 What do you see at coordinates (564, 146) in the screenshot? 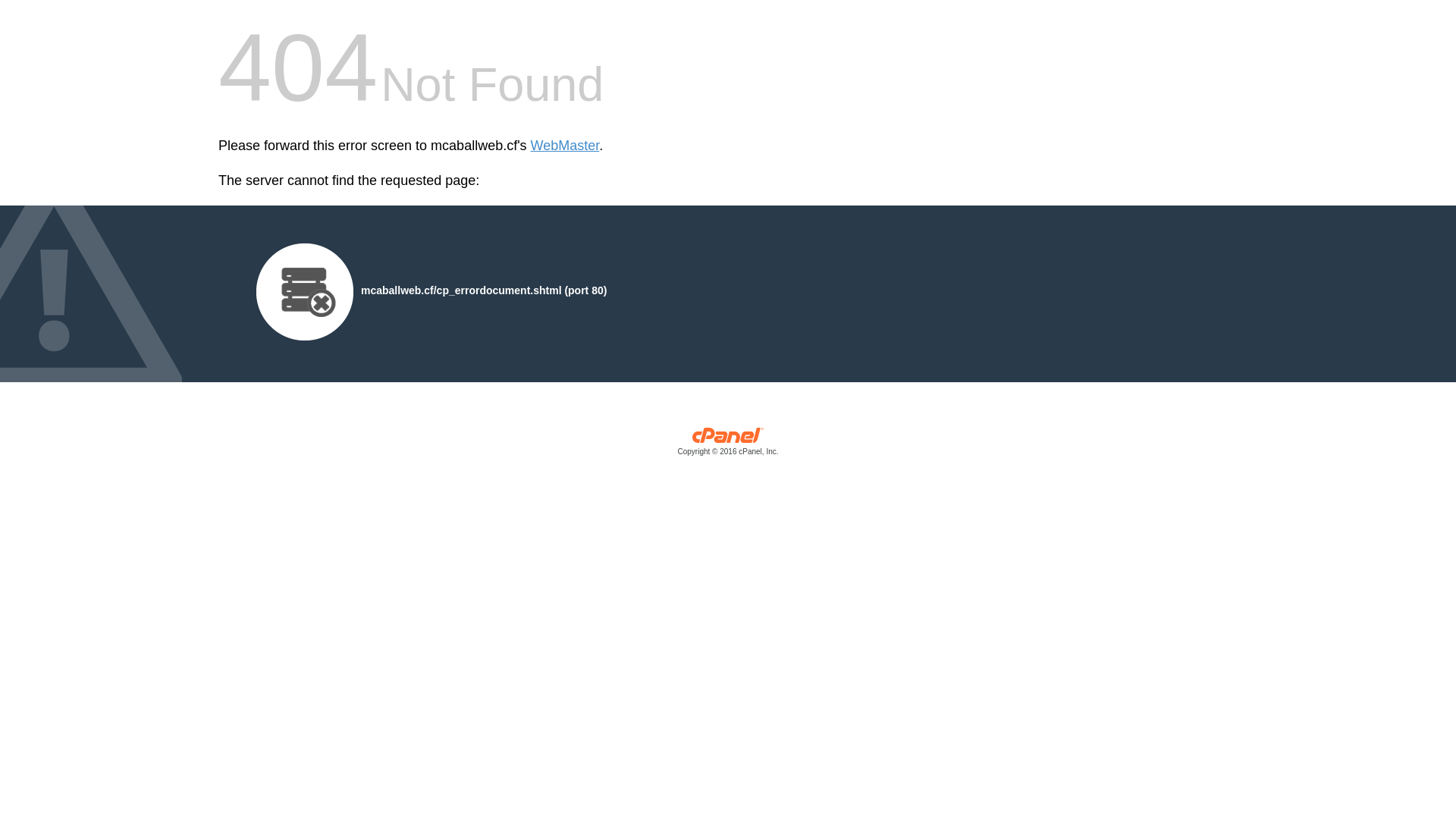
I see `'WebMaster'` at bounding box center [564, 146].